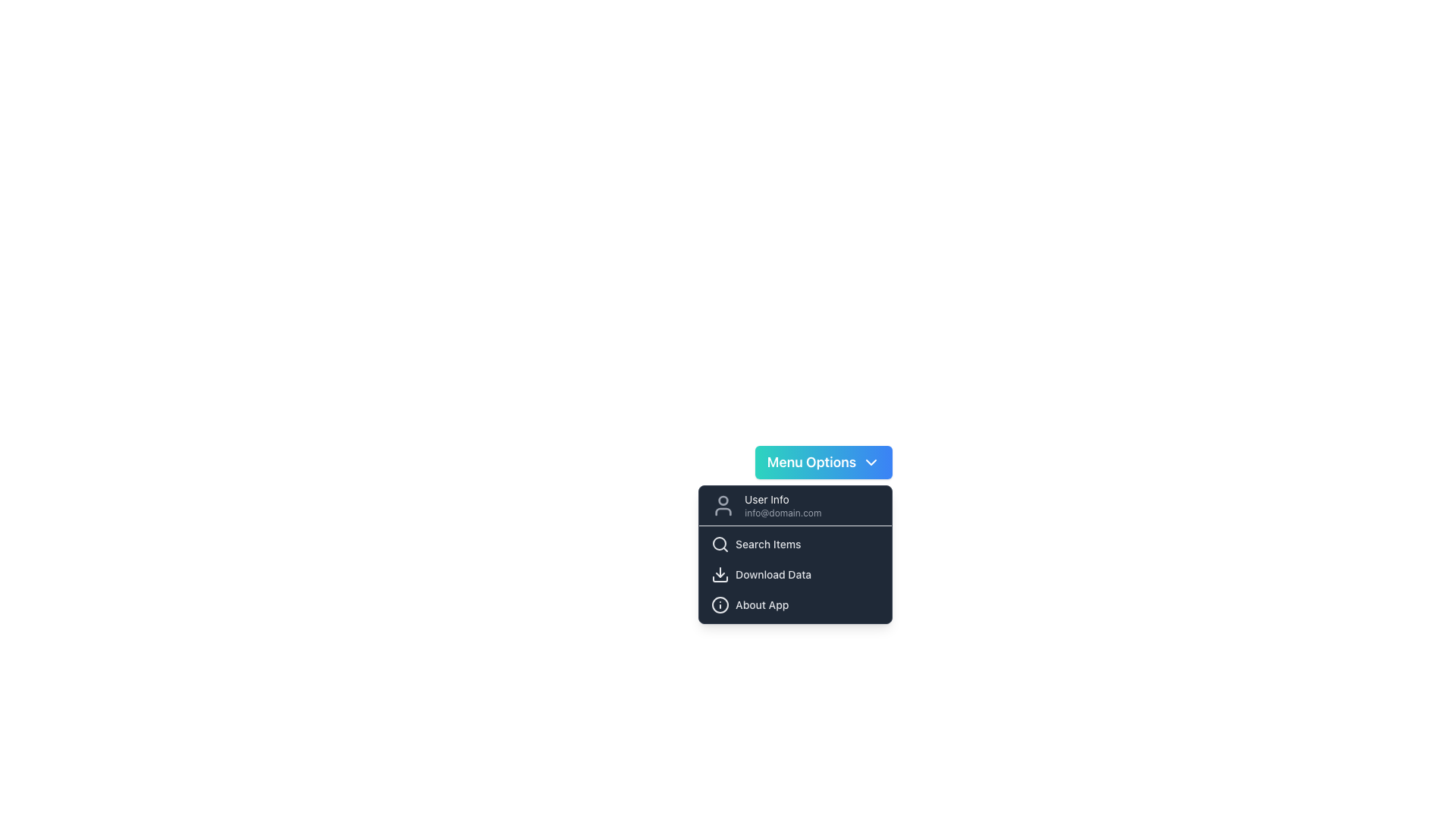  Describe the element at coordinates (720, 604) in the screenshot. I see `the circular icon with a border that contains a vertical line and a dot above it, located at the leftmost part of the 'About App' menu item at the bottom of the menu` at that location.